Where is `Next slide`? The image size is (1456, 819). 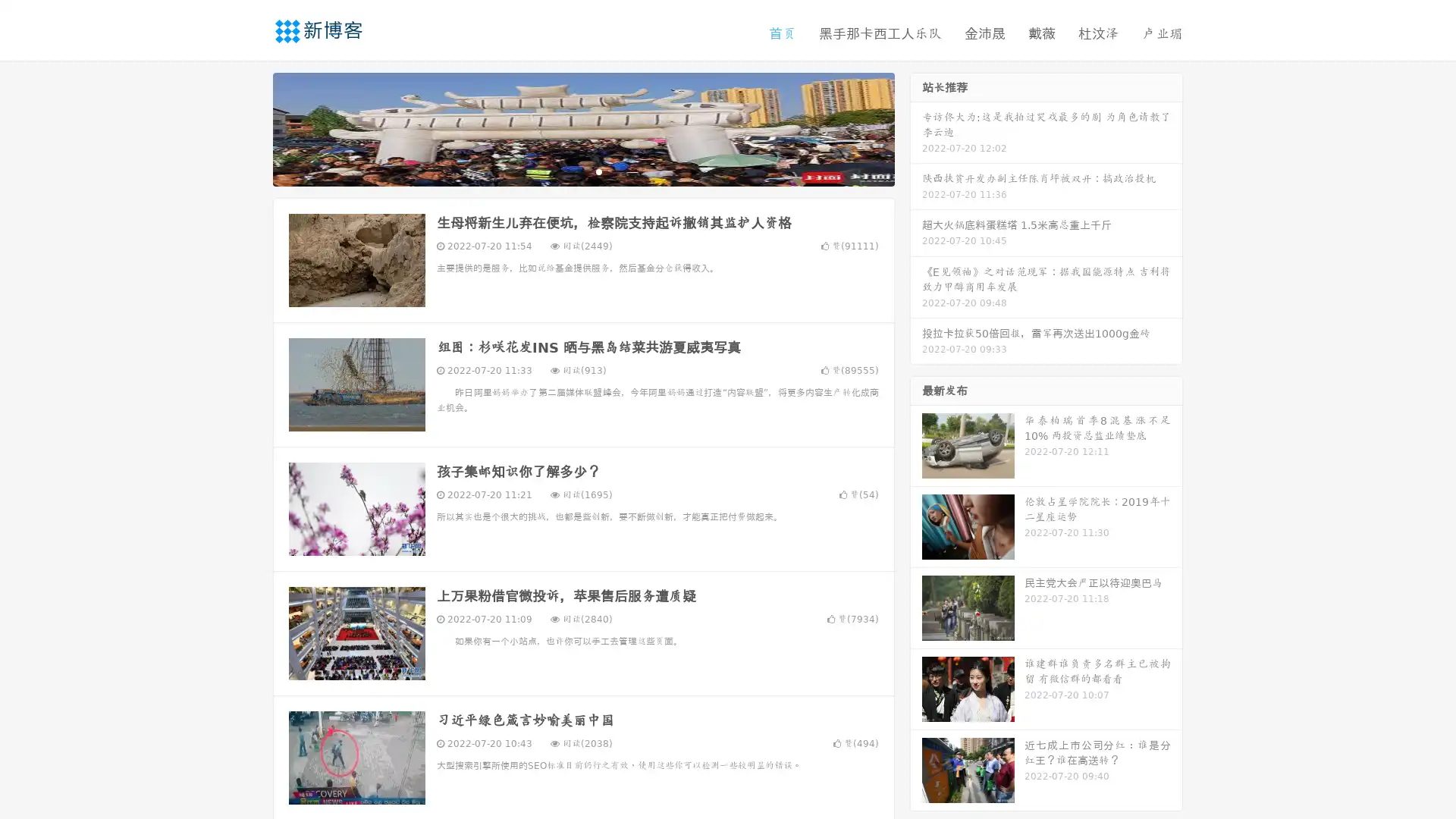 Next slide is located at coordinates (916, 127).